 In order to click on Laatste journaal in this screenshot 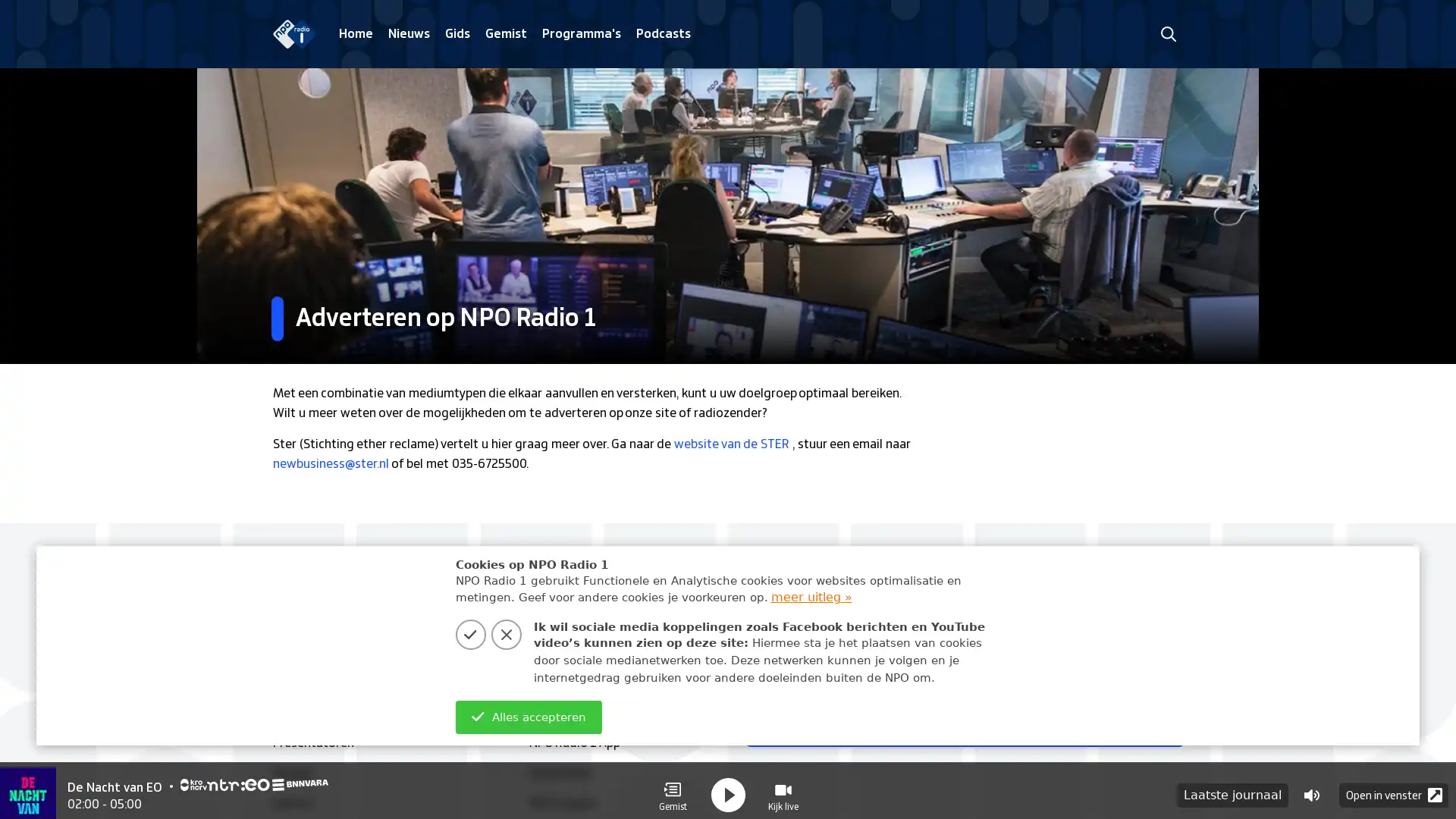, I will do `click(1232, 786)`.